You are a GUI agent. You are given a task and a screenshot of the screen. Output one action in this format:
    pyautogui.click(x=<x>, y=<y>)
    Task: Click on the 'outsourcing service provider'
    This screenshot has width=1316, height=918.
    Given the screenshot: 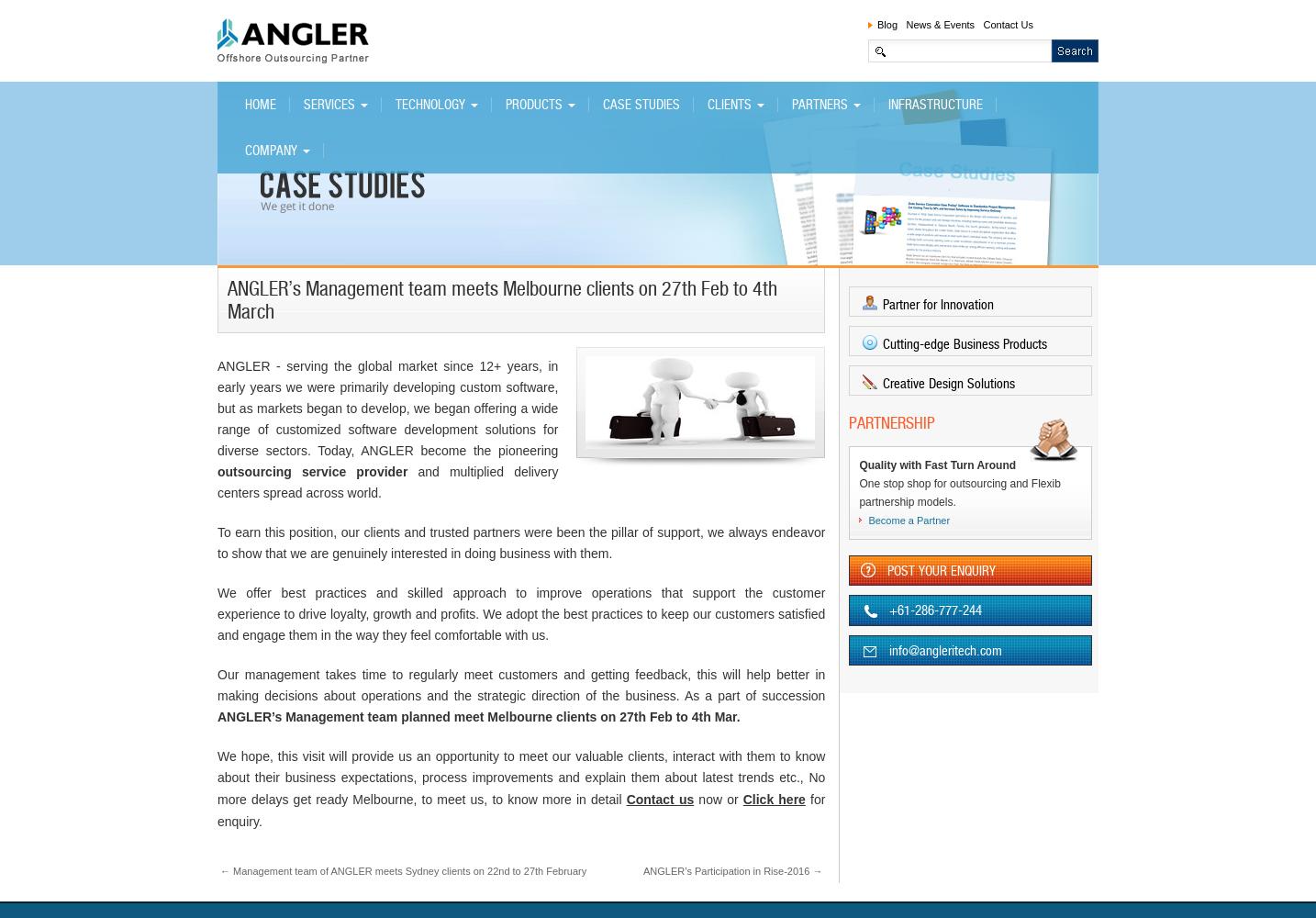 What is the action you would take?
    pyautogui.click(x=311, y=472)
    